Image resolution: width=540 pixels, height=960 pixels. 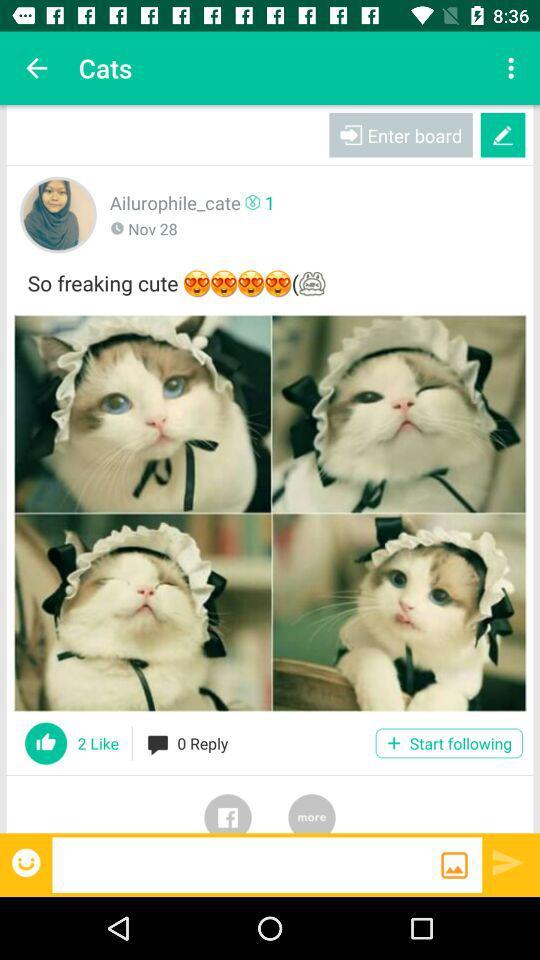 What do you see at coordinates (226, 804) in the screenshot?
I see `share to facebook` at bounding box center [226, 804].